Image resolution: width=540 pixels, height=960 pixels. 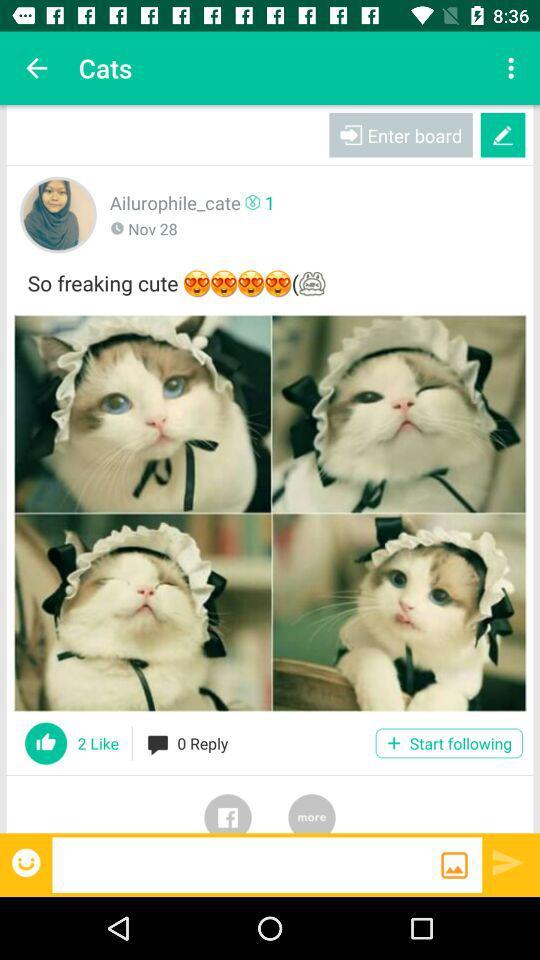 What do you see at coordinates (226, 804) in the screenshot?
I see `share to facebook` at bounding box center [226, 804].